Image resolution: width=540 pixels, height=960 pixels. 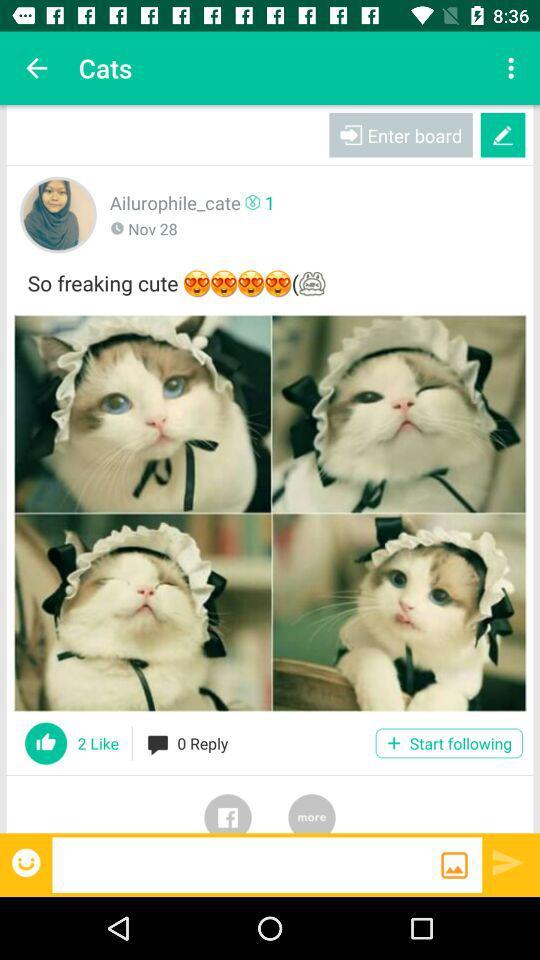 What do you see at coordinates (226, 804) in the screenshot?
I see `share to facebook` at bounding box center [226, 804].